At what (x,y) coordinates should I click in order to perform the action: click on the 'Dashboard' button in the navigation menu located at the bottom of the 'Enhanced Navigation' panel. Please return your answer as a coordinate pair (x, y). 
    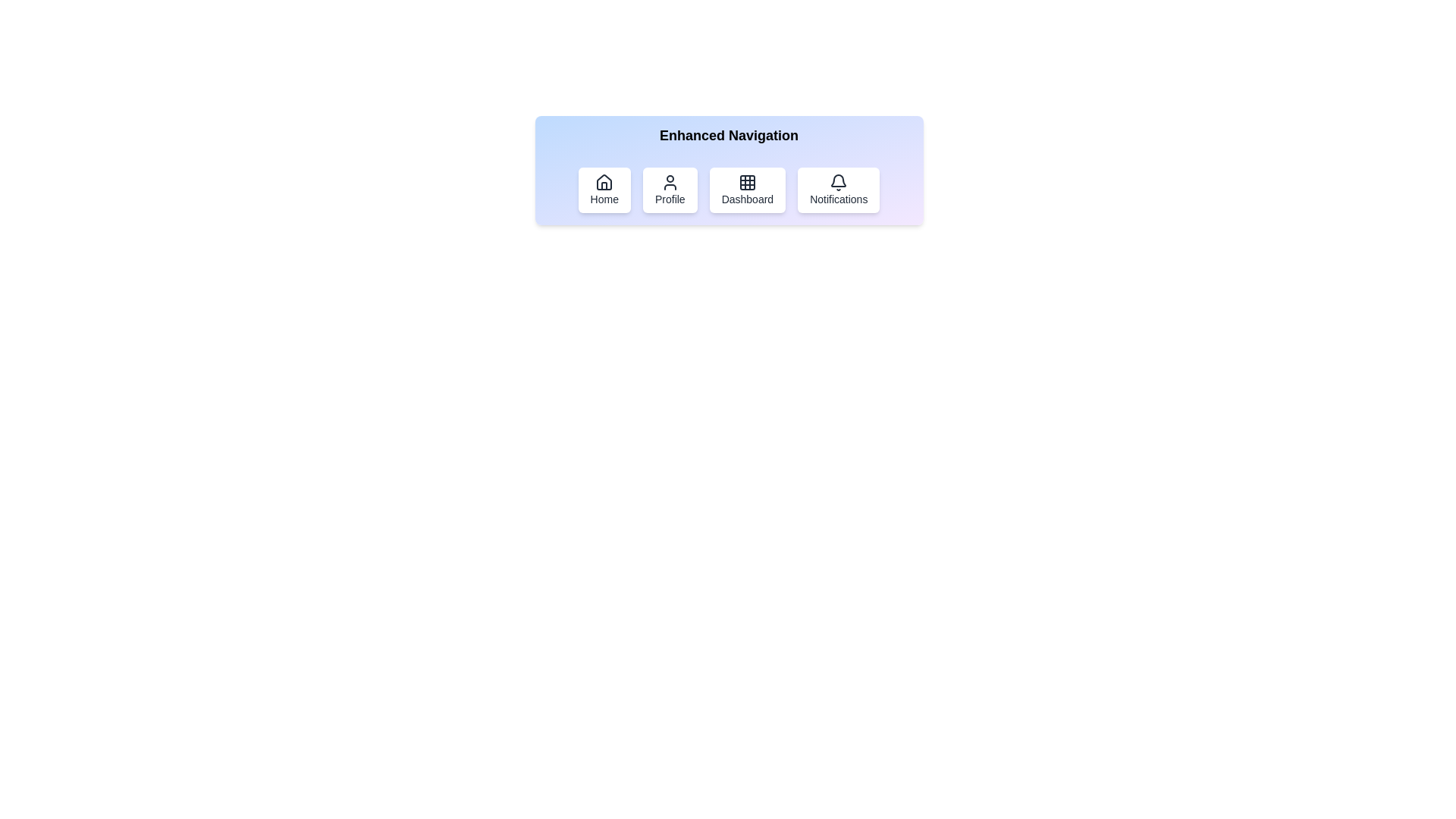
    Looking at the image, I should click on (729, 189).